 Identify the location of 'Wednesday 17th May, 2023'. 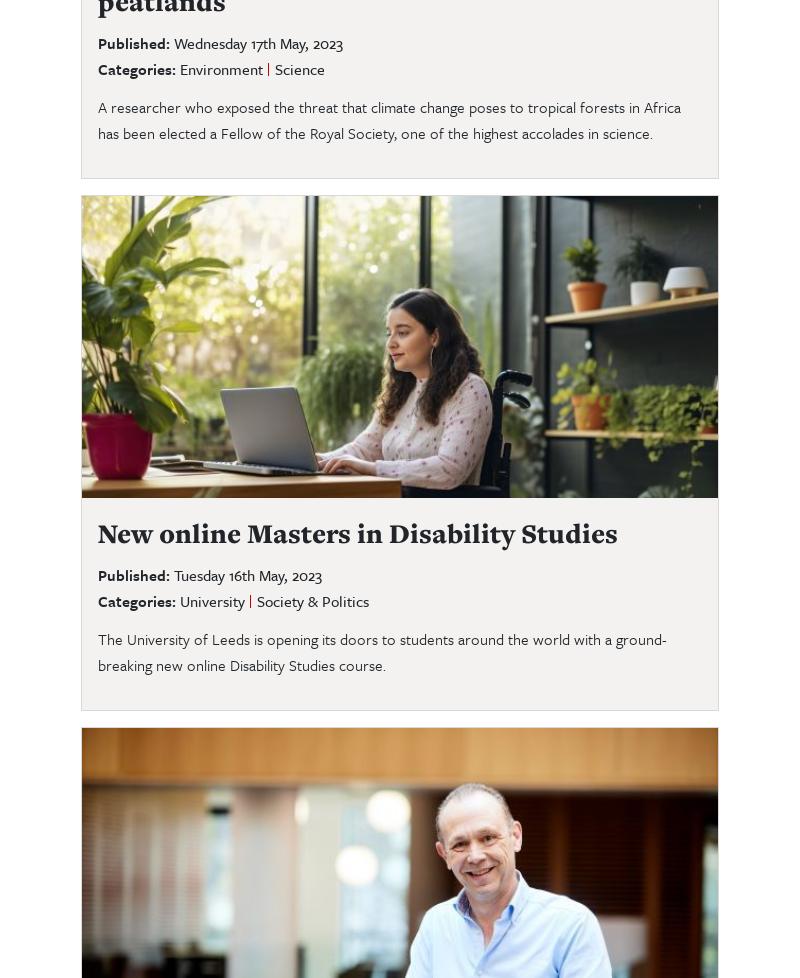
(257, 41).